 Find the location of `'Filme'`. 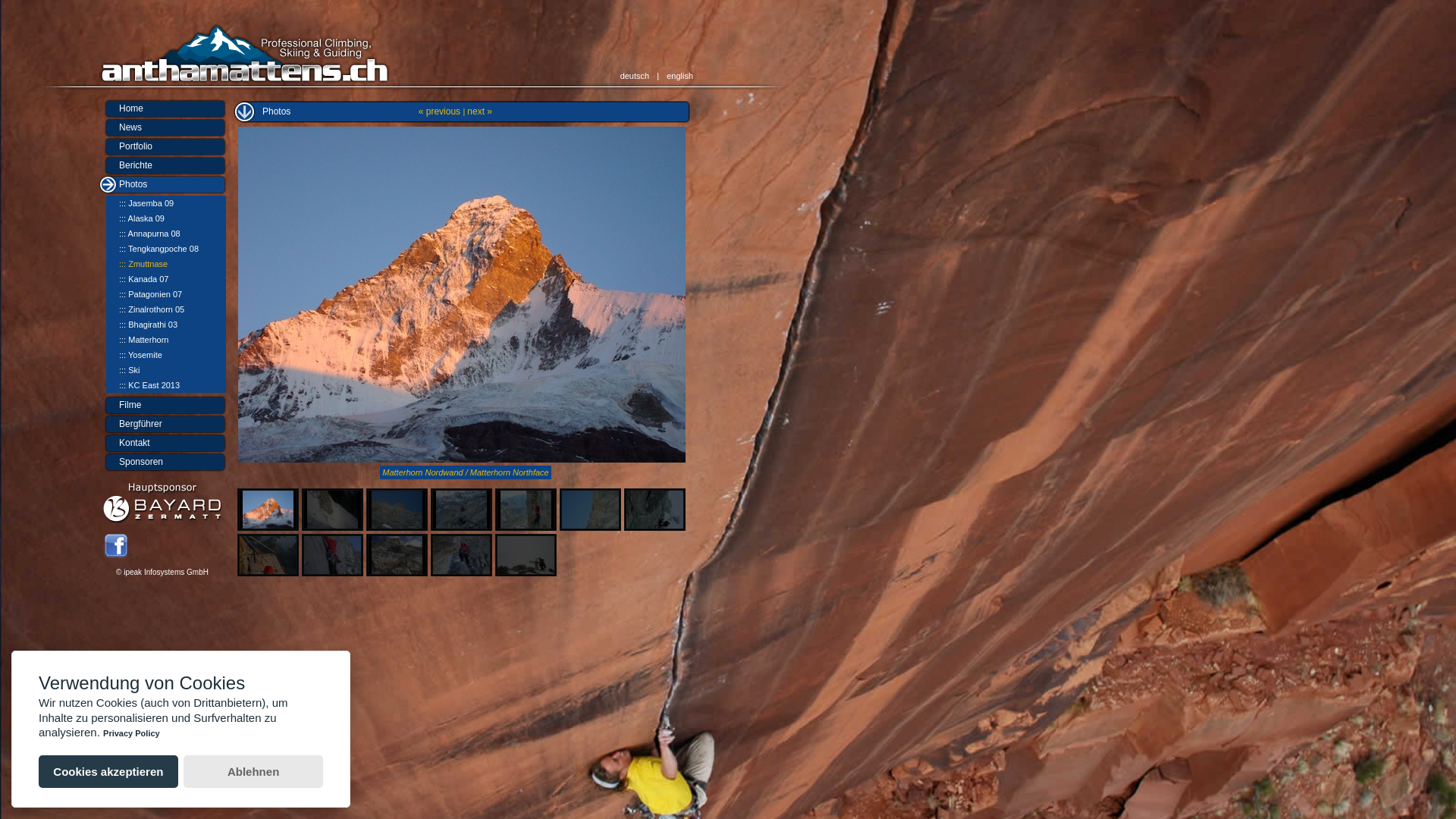

'Filme' is located at coordinates (162, 404).